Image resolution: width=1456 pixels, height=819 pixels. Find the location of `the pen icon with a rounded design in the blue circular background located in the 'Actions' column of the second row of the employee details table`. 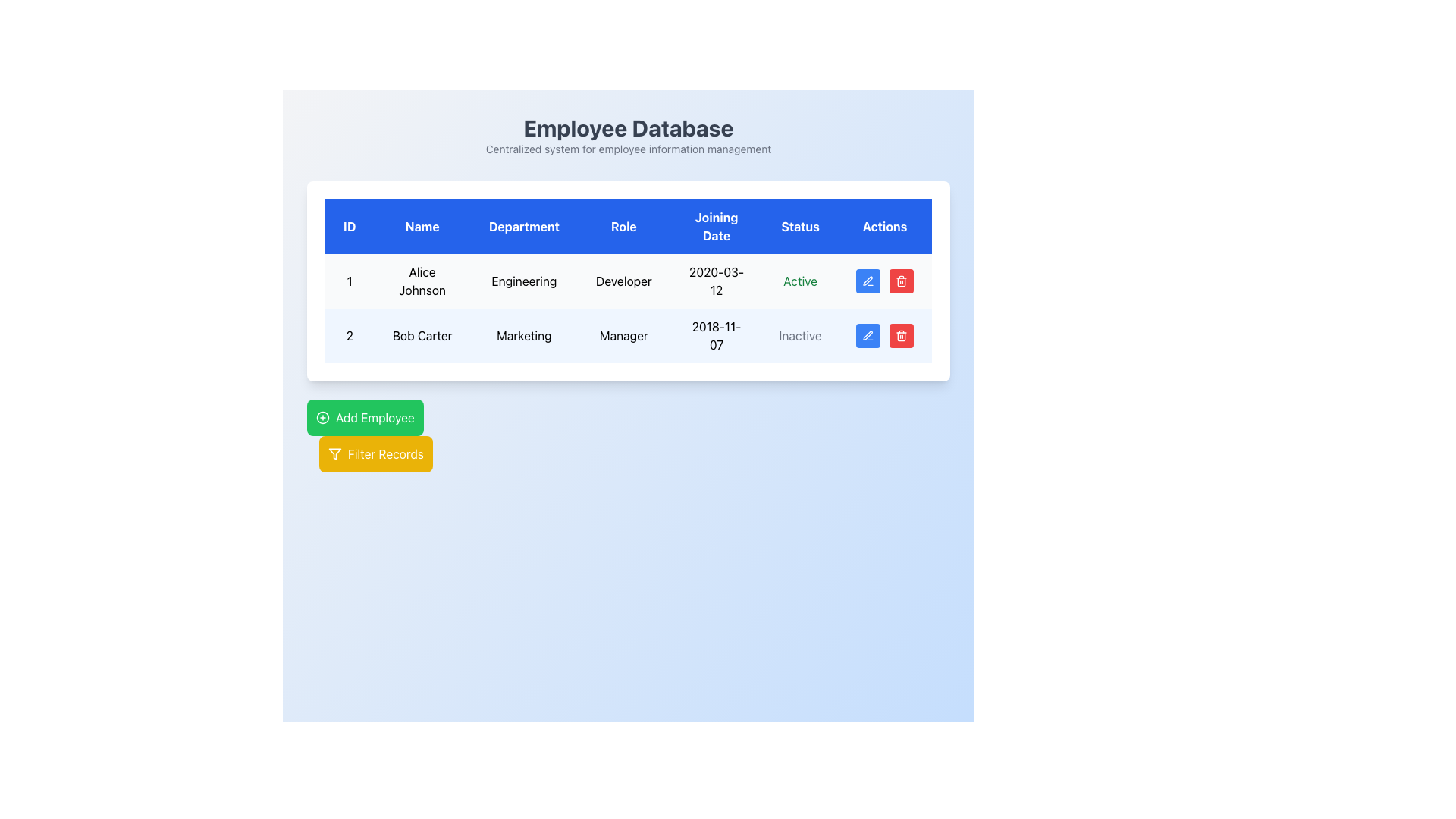

the pen icon with a rounded design in the blue circular background located in the 'Actions' column of the second row of the employee details table is located at coordinates (868, 335).